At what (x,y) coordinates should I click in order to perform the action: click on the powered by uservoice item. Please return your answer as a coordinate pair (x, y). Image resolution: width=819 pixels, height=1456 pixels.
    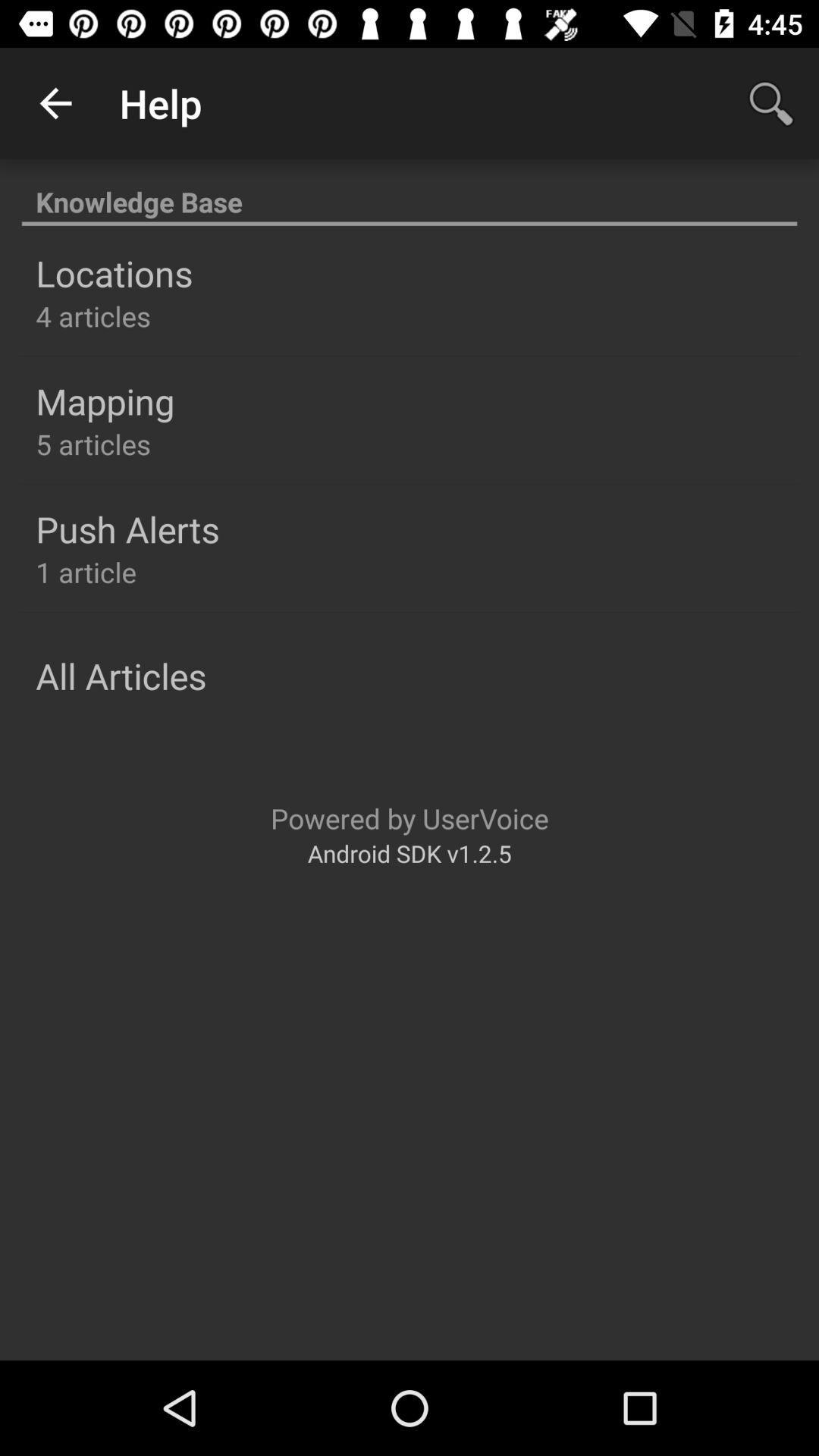
    Looking at the image, I should click on (409, 817).